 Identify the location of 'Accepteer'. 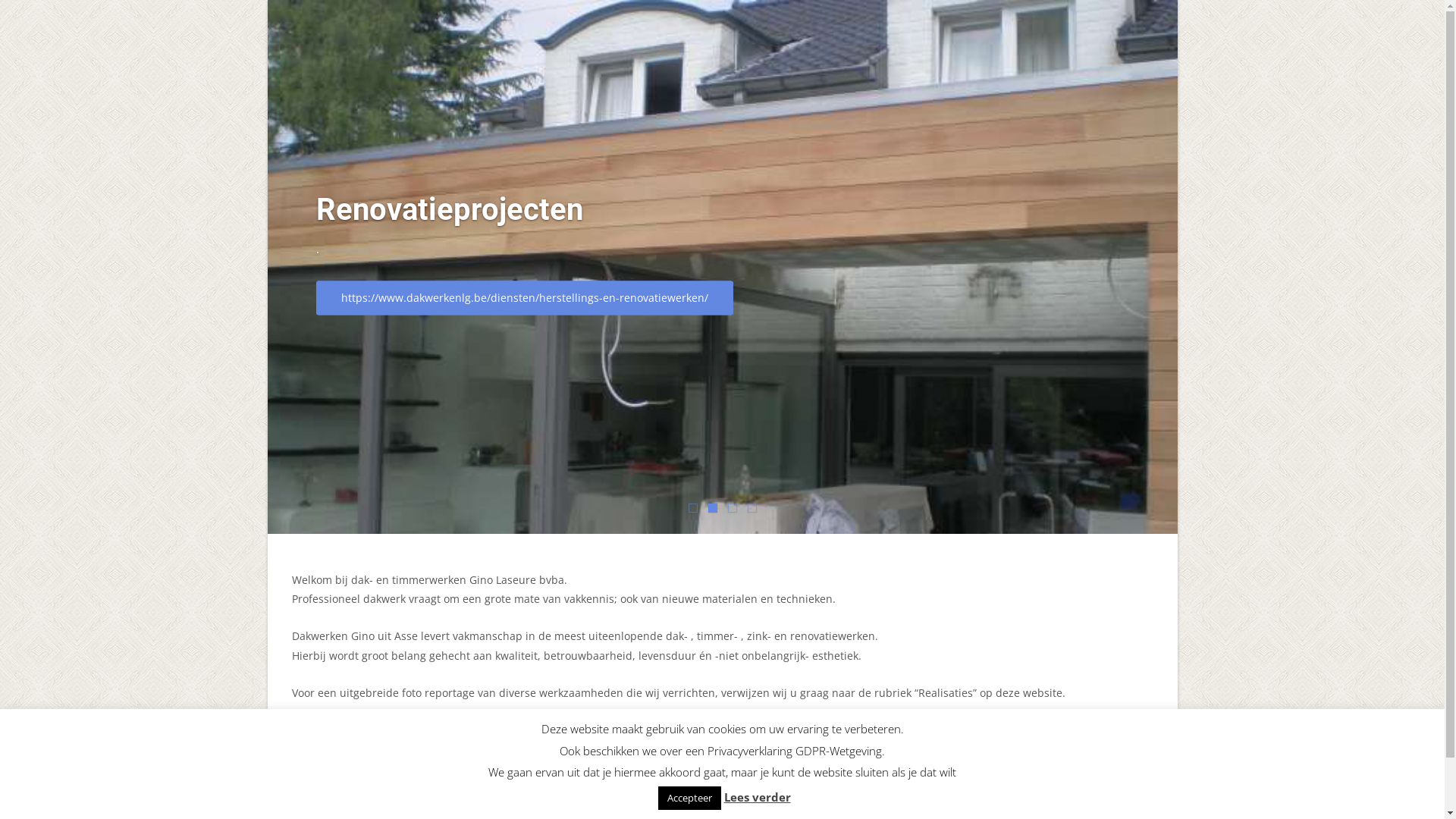
(689, 797).